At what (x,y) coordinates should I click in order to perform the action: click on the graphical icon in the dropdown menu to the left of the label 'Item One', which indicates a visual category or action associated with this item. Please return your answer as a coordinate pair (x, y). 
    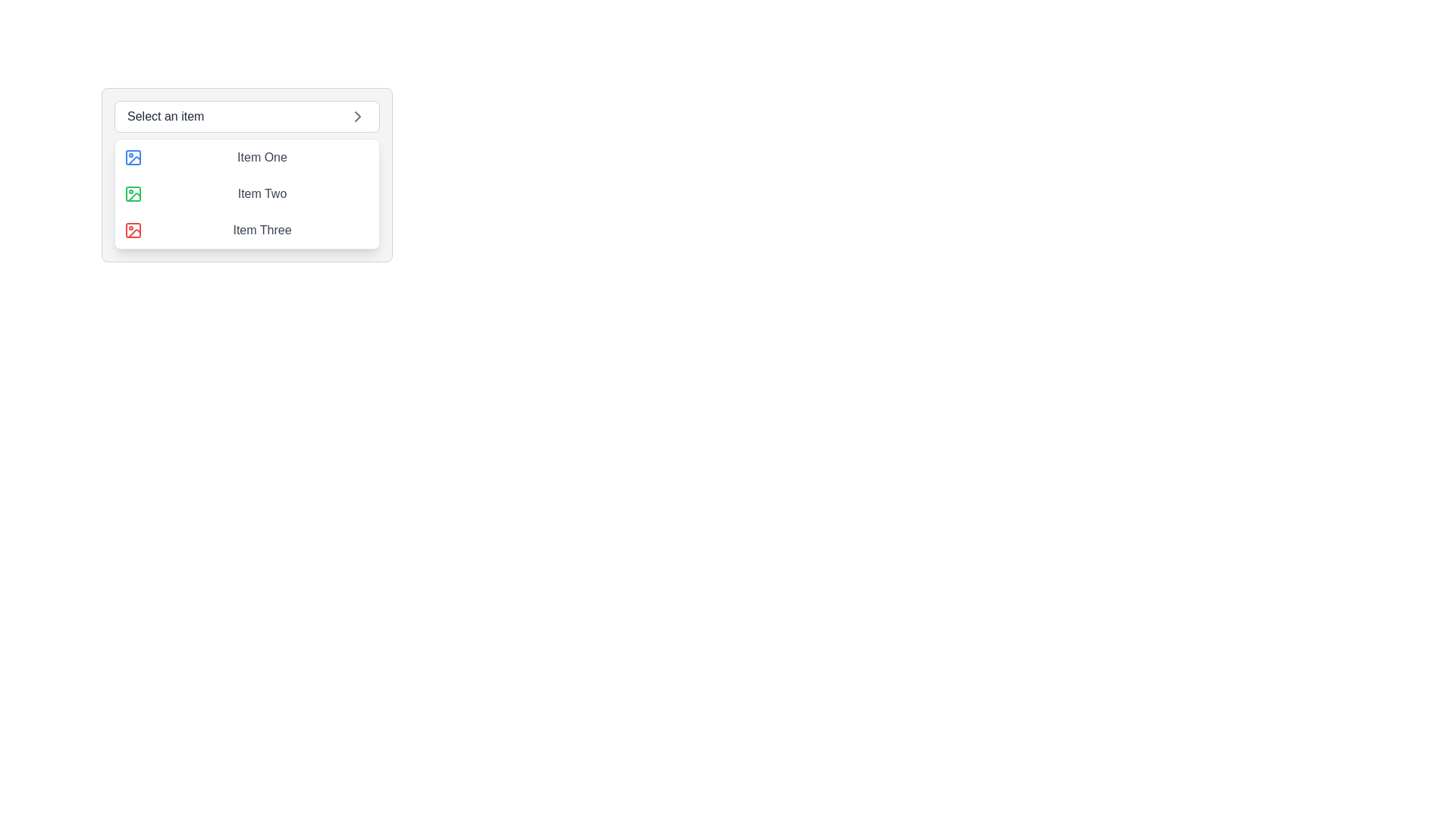
    Looking at the image, I should click on (134, 161).